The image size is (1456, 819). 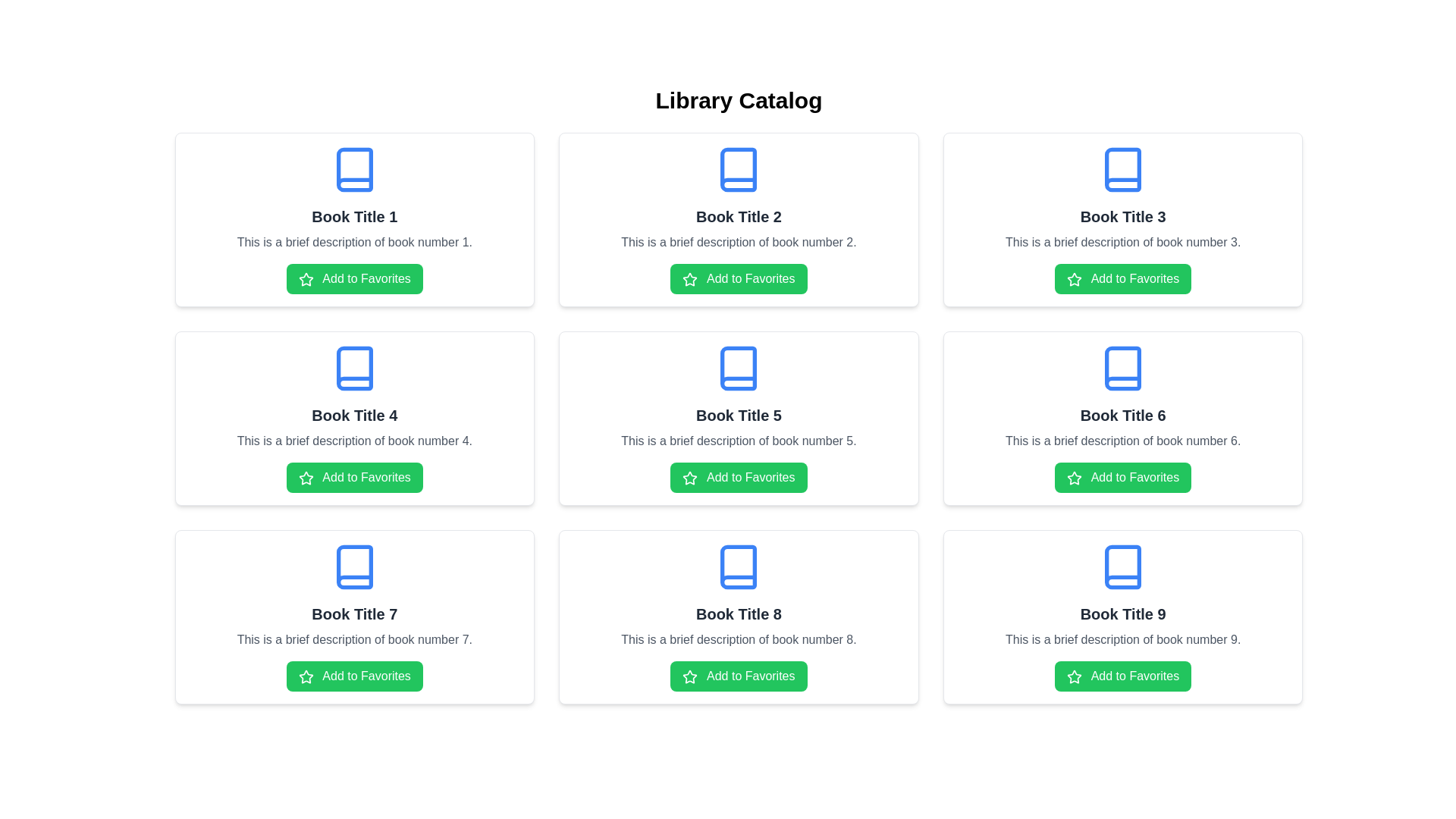 I want to click on the text element that provides a summary of 'Book Title 4', located in the second row, middle column of a three-by-three grid of cards, positioned below the title and above the 'Add to Favorites' button, so click(x=353, y=441).